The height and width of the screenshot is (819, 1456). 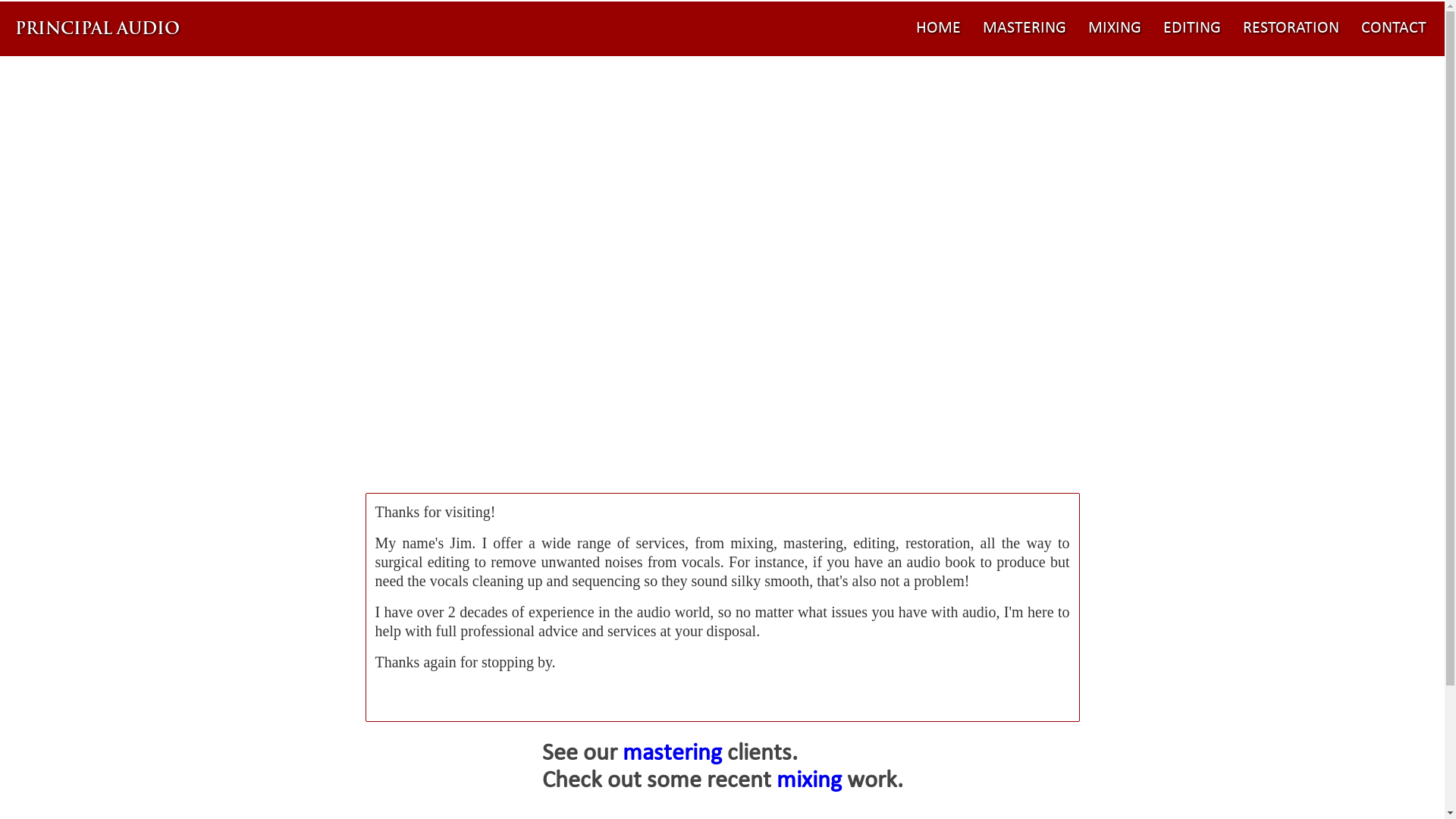 What do you see at coordinates (98, 28) in the screenshot?
I see `'Principal Audio'` at bounding box center [98, 28].